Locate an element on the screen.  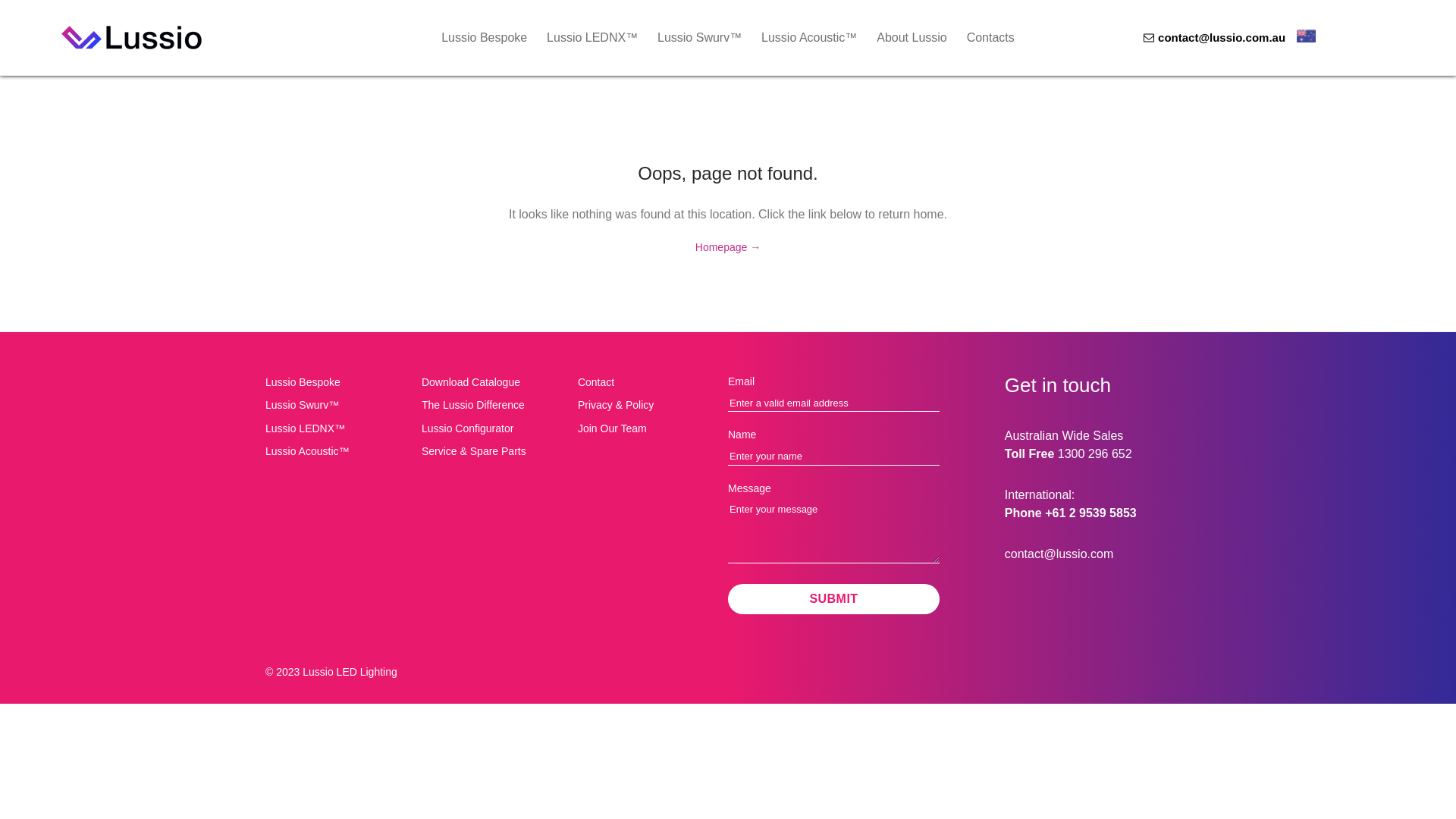
'Lussio Configurator' is located at coordinates (494, 428).